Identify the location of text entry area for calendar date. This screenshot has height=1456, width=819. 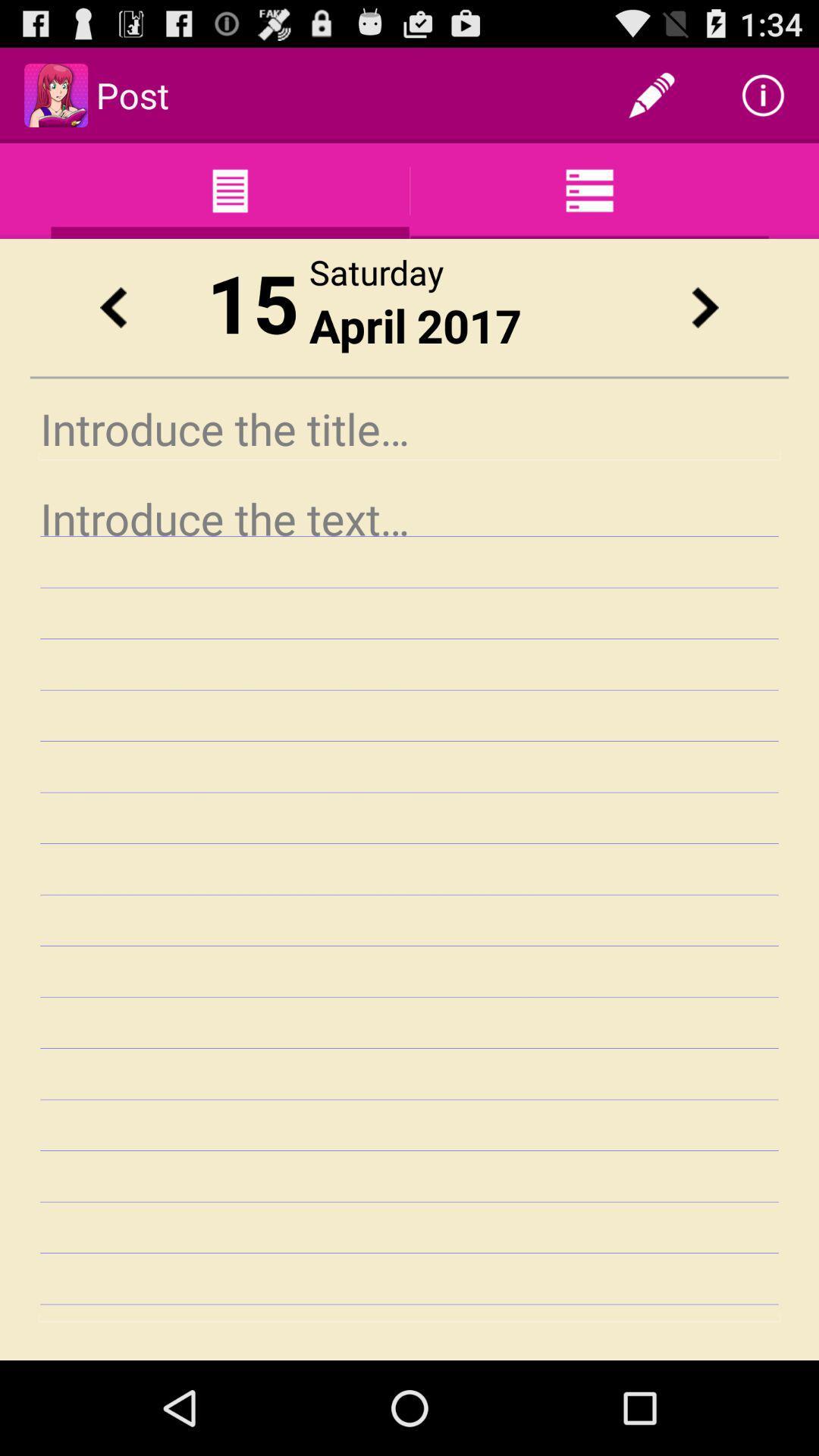
(409, 904).